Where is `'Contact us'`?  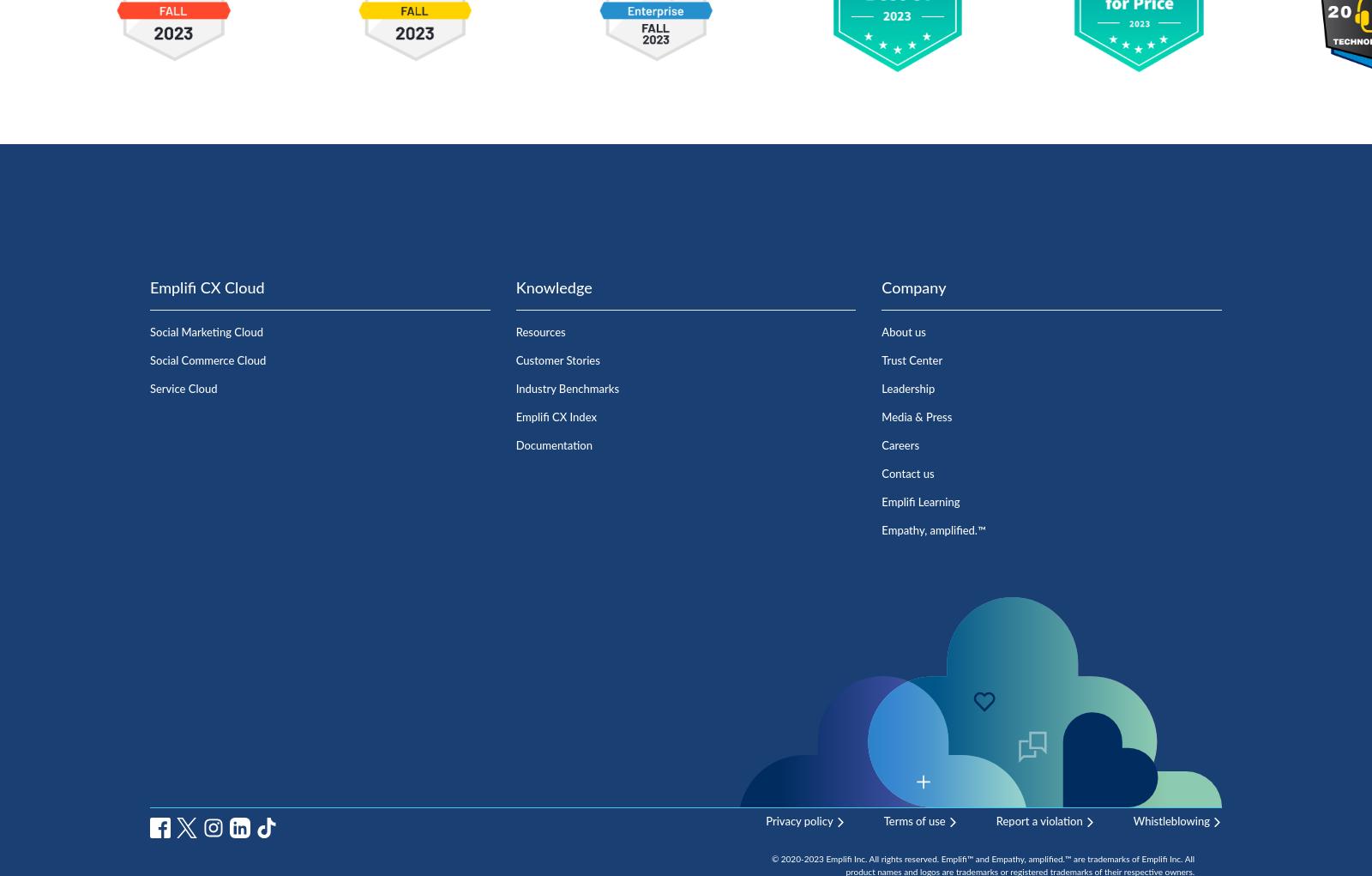
'Contact us' is located at coordinates (907, 473).